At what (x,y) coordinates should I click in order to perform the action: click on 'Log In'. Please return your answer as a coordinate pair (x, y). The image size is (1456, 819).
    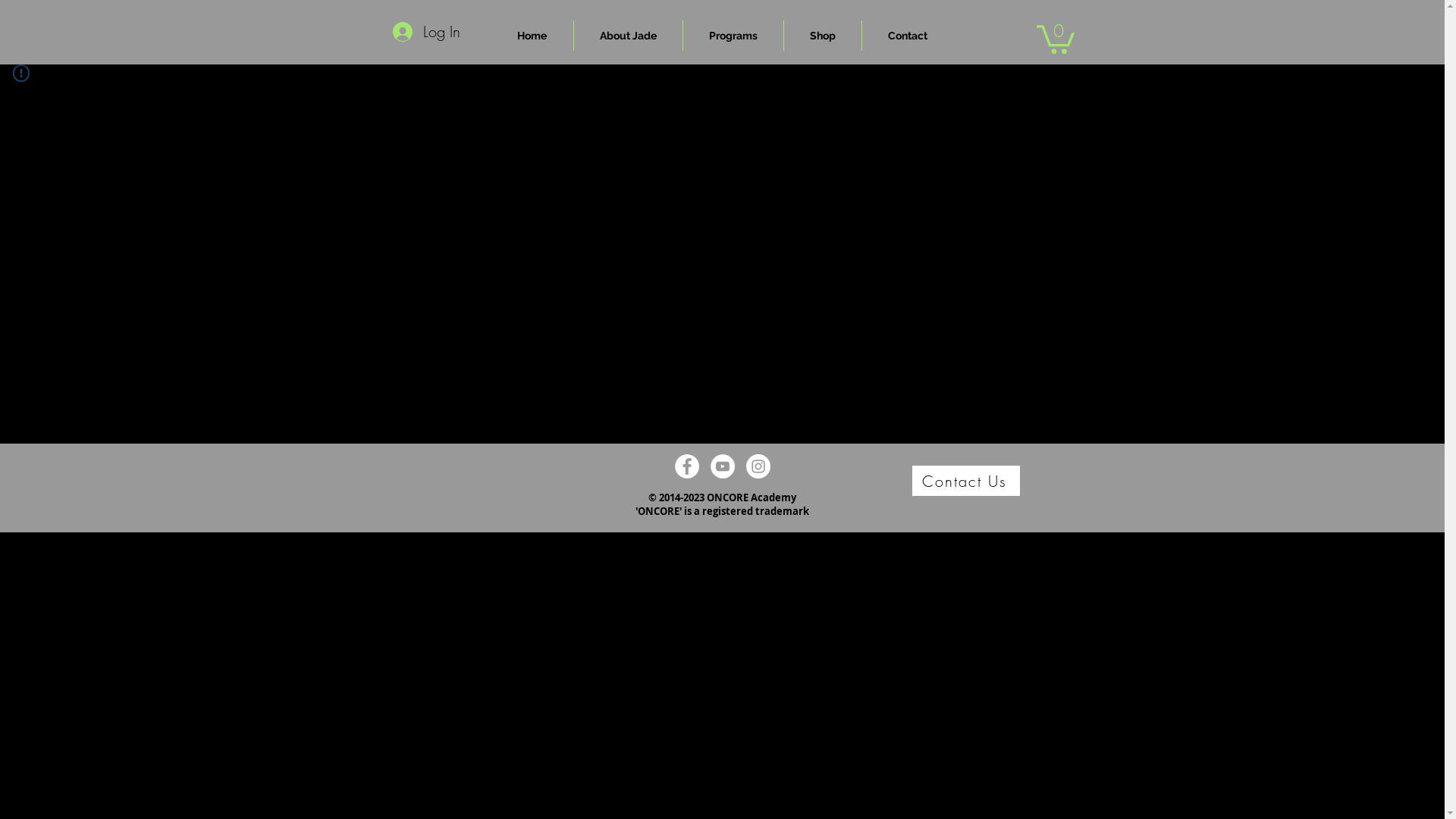
    Looking at the image, I should click on (382, 32).